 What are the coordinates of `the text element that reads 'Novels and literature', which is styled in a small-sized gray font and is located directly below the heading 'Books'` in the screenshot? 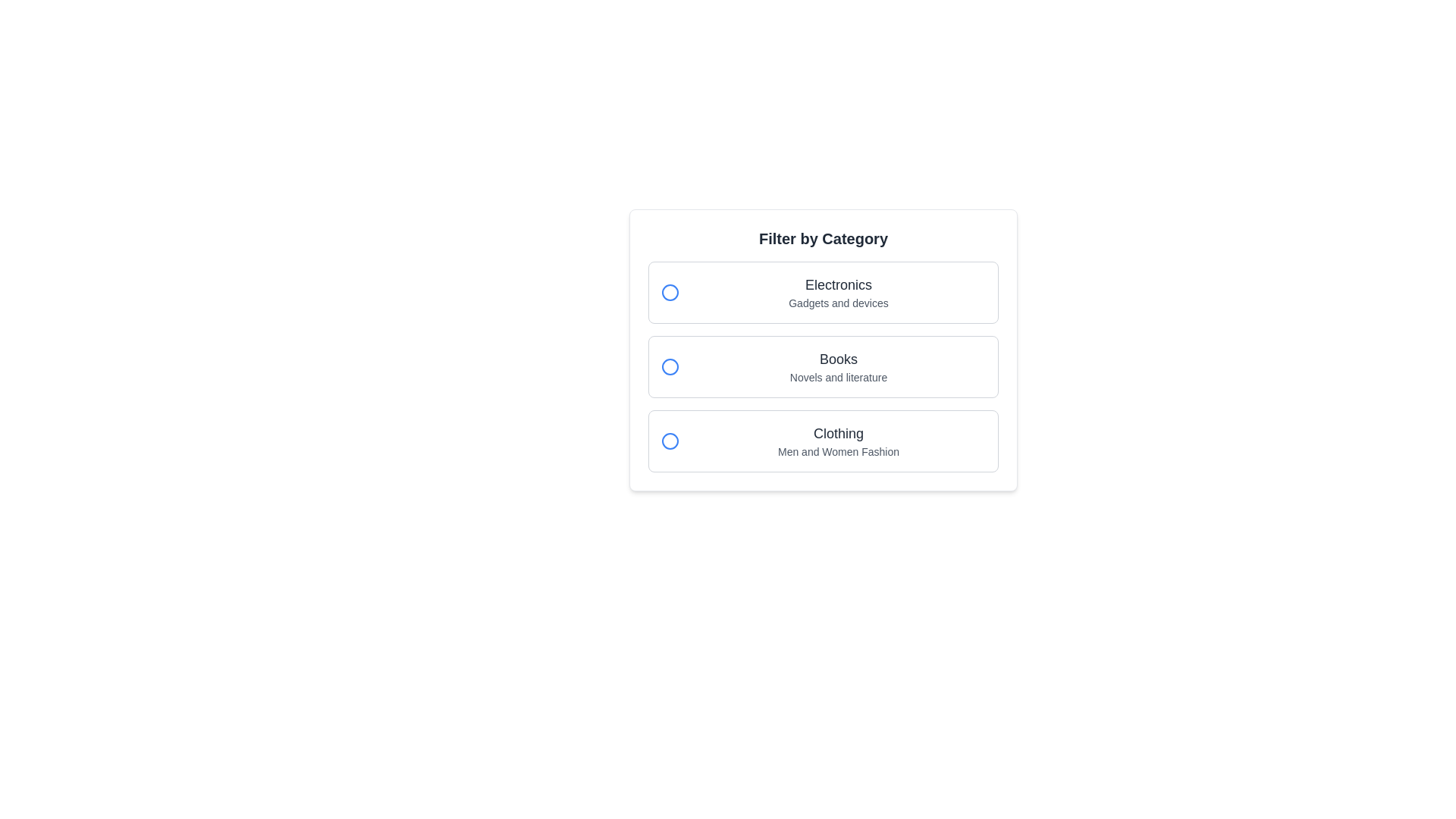 It's located at (837, 376).